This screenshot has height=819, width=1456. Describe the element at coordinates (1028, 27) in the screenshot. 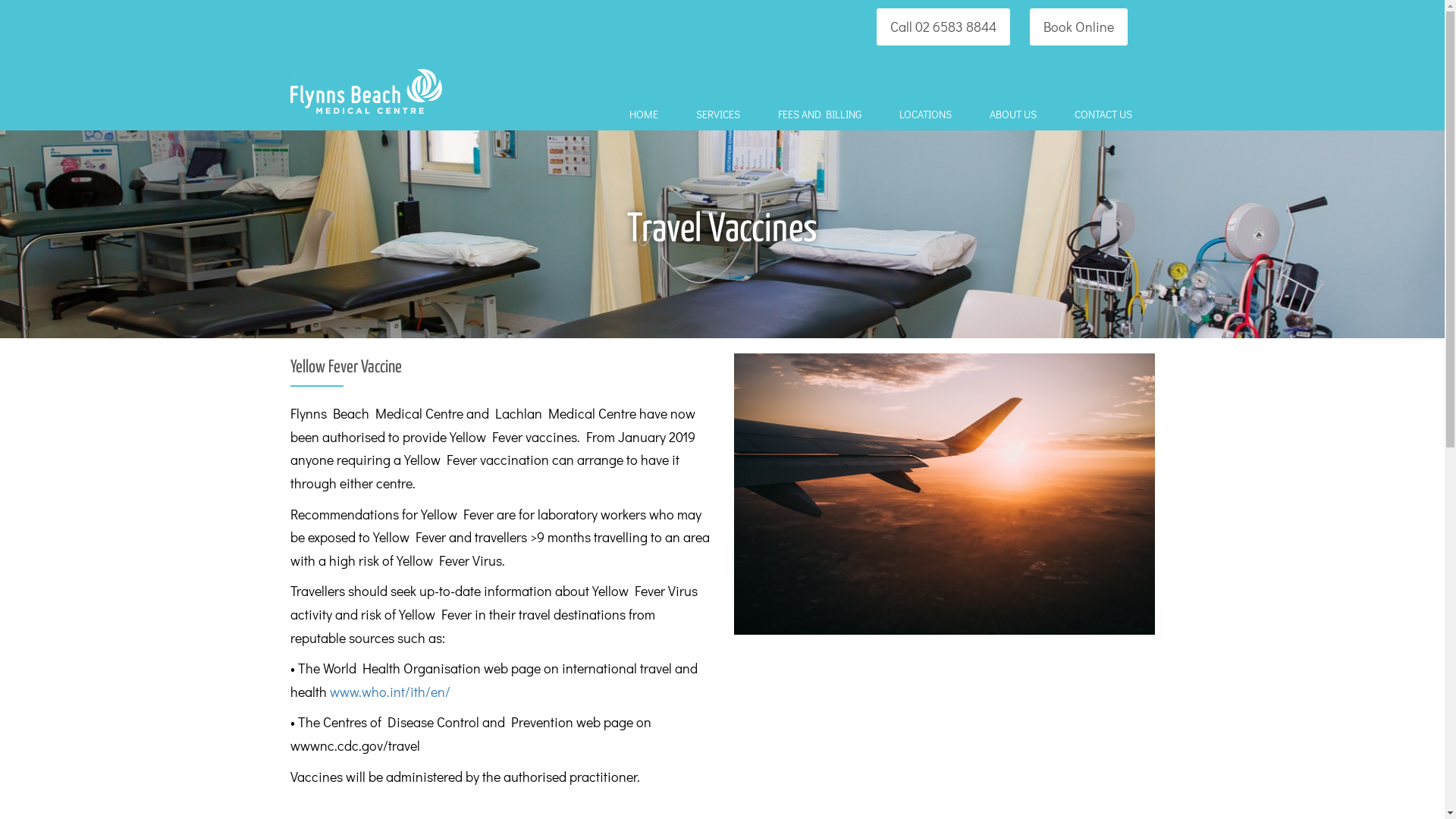

I see `'Book Online'` at that location.